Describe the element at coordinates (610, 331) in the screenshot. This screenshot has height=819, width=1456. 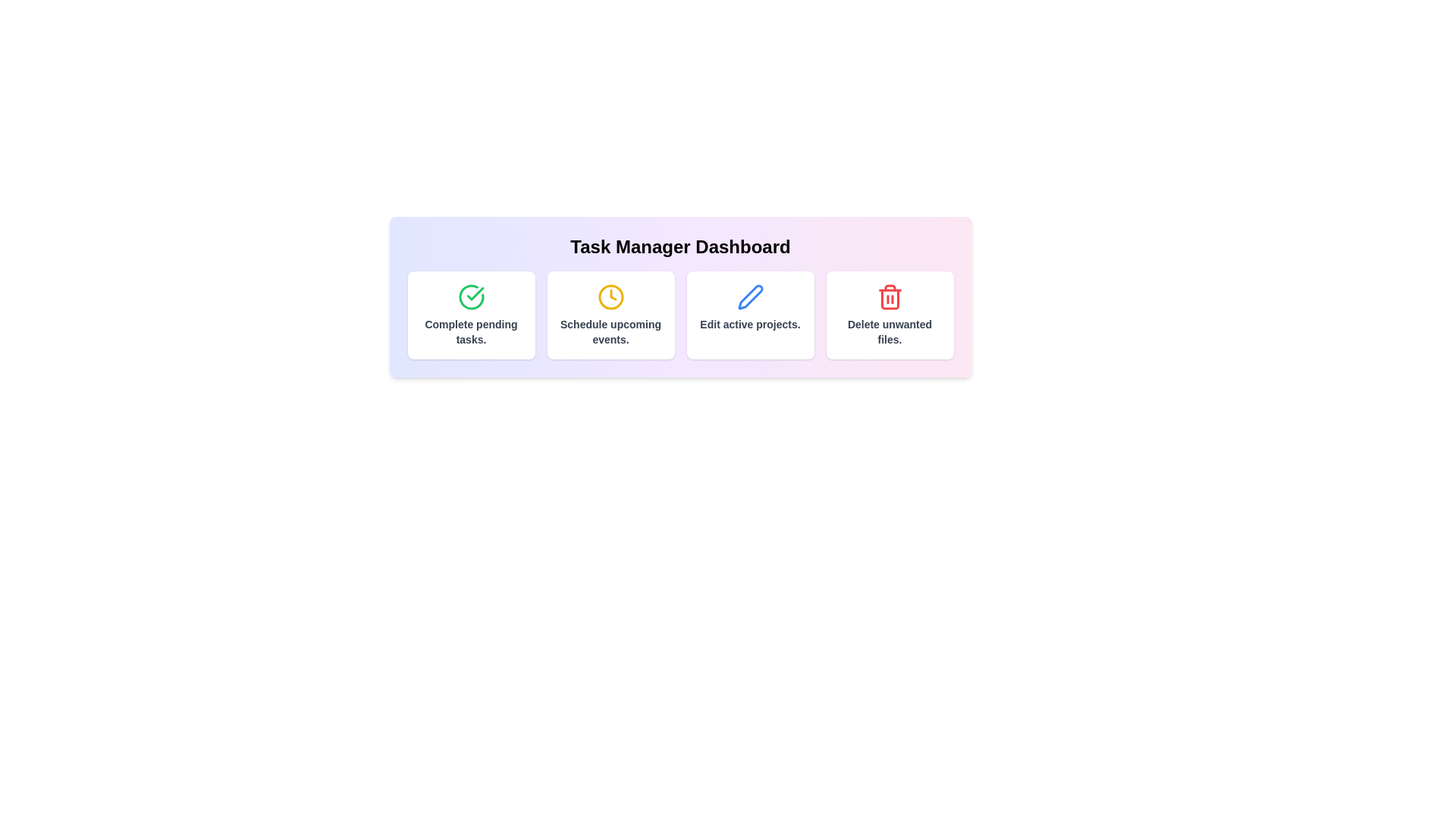
I see `text label 'Schedule upcoming events.' which is the second item in a horizontal layout of visually similar items, located on the second card from the left, identified by a yellow clock icon above it` at that location.